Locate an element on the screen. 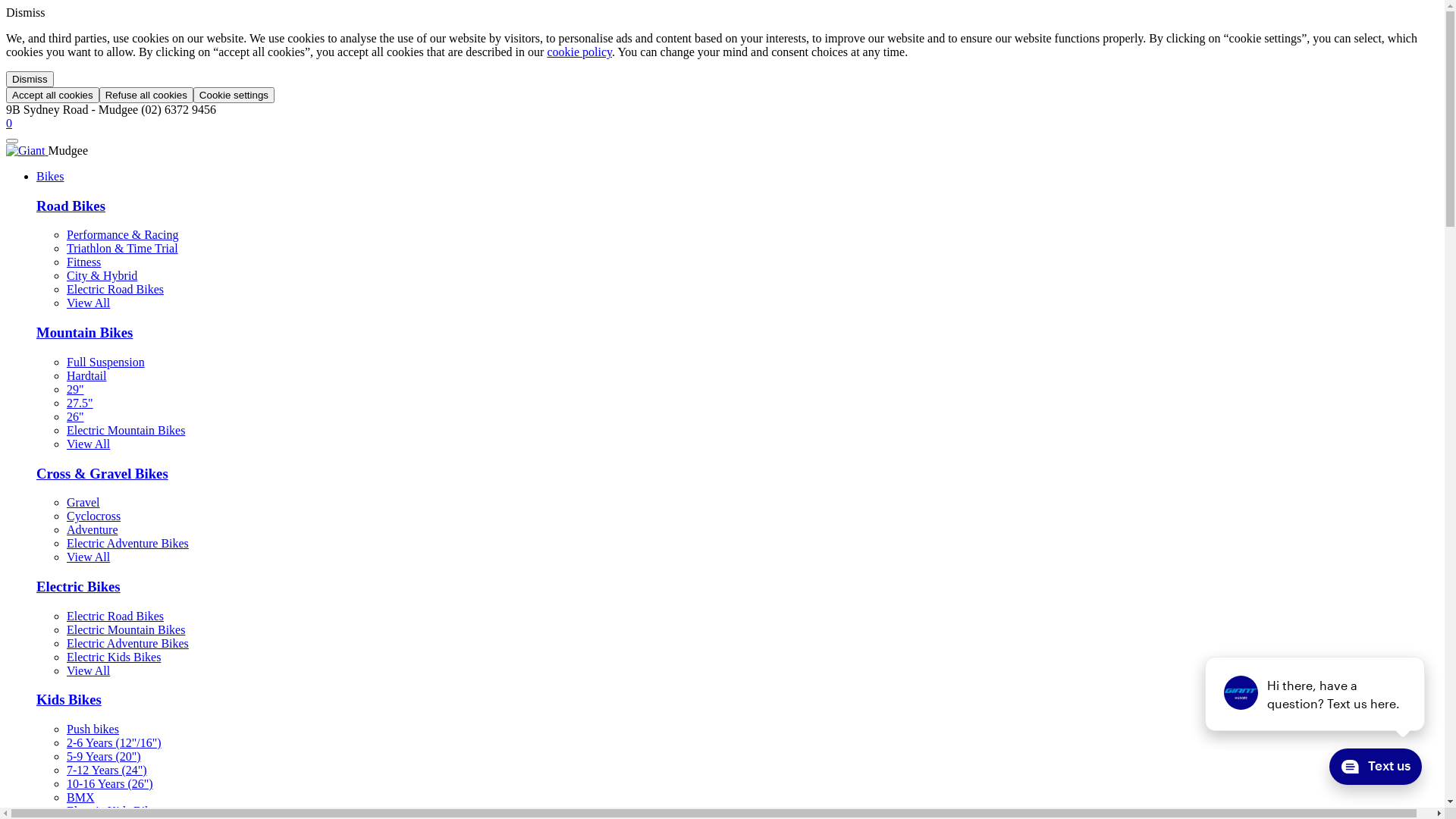 This screenshot has width=1456, height=819. 'Road Bikes' is located at coordinates (70, 206).